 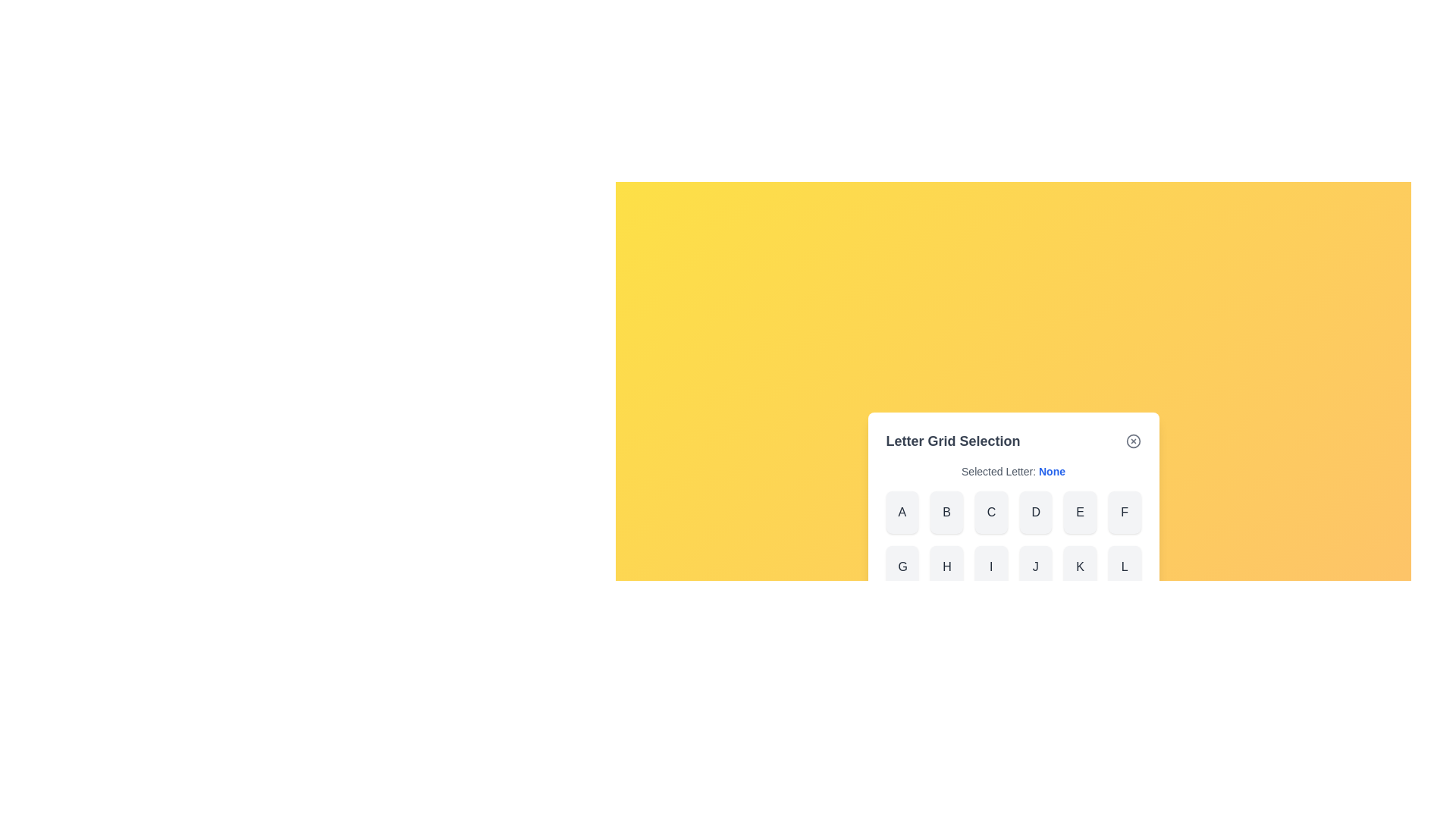 What do you see at coordinates (1133, 441) in the screenshot?
I see `the close button to close the dialog` at bounding box center [1133, 441].